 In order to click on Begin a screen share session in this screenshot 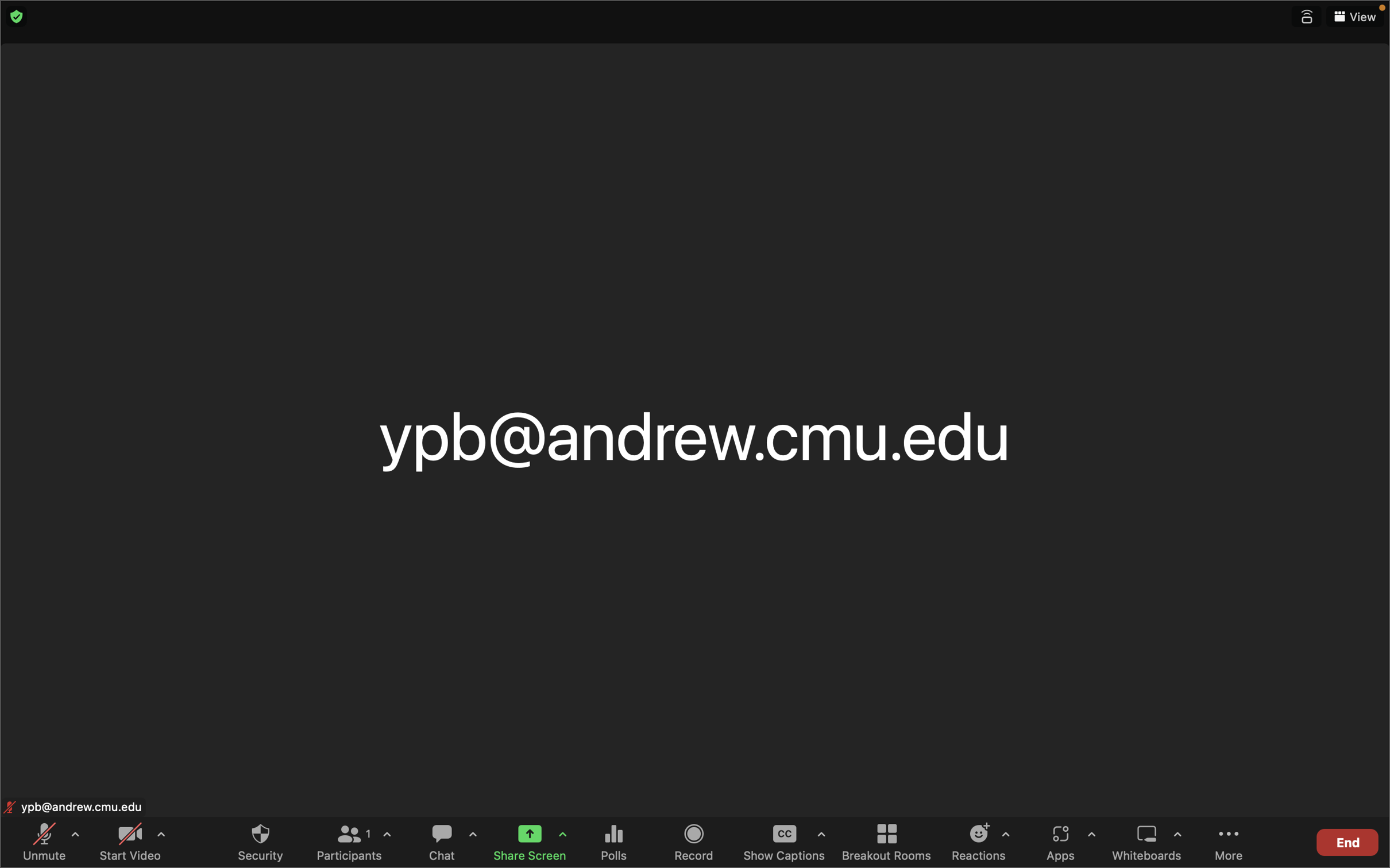, I will do `click(526, 840)`.